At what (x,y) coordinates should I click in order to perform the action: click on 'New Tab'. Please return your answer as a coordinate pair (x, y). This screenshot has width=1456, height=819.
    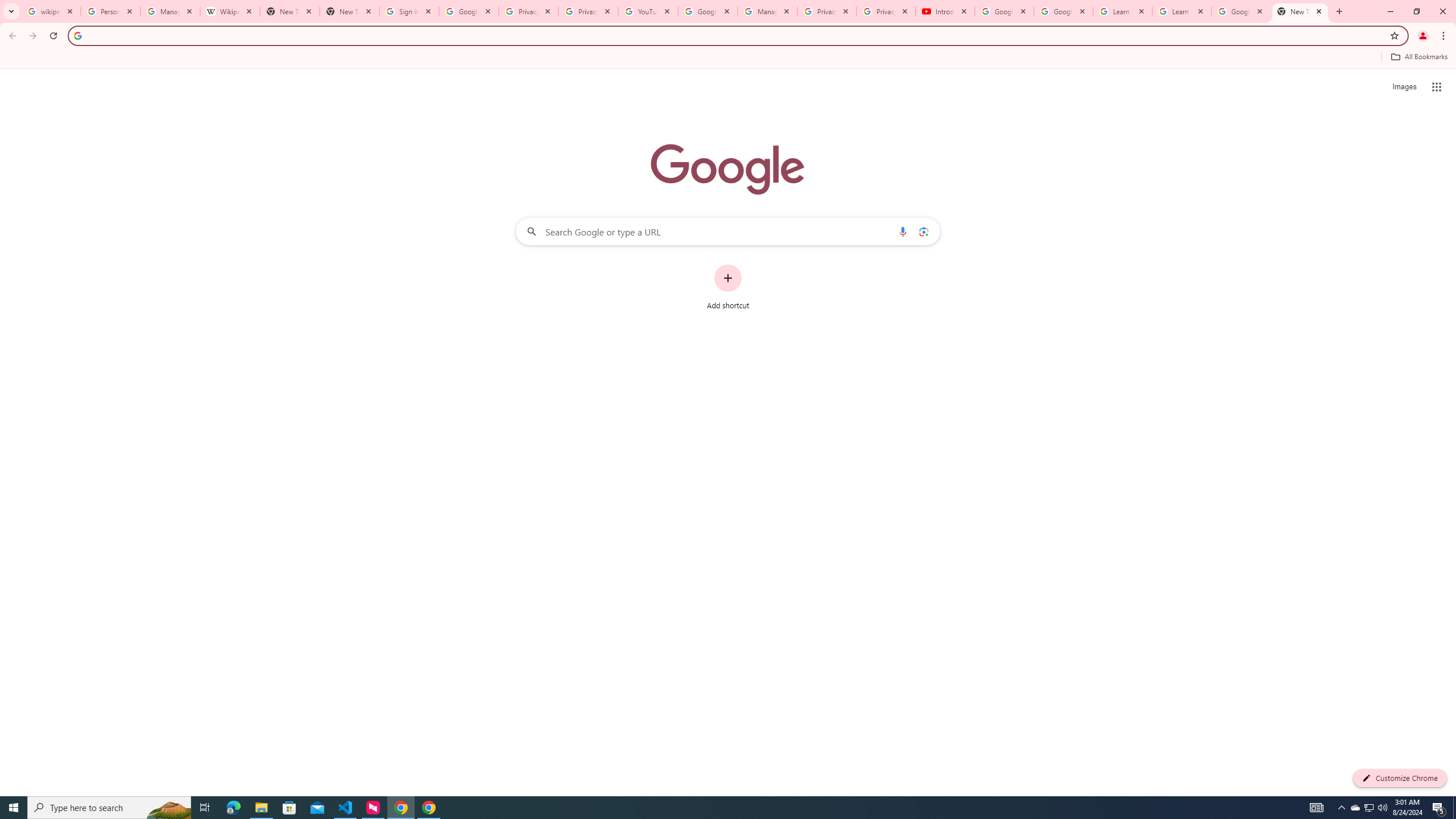
    Looking at the image, I should click on (1300, 11).